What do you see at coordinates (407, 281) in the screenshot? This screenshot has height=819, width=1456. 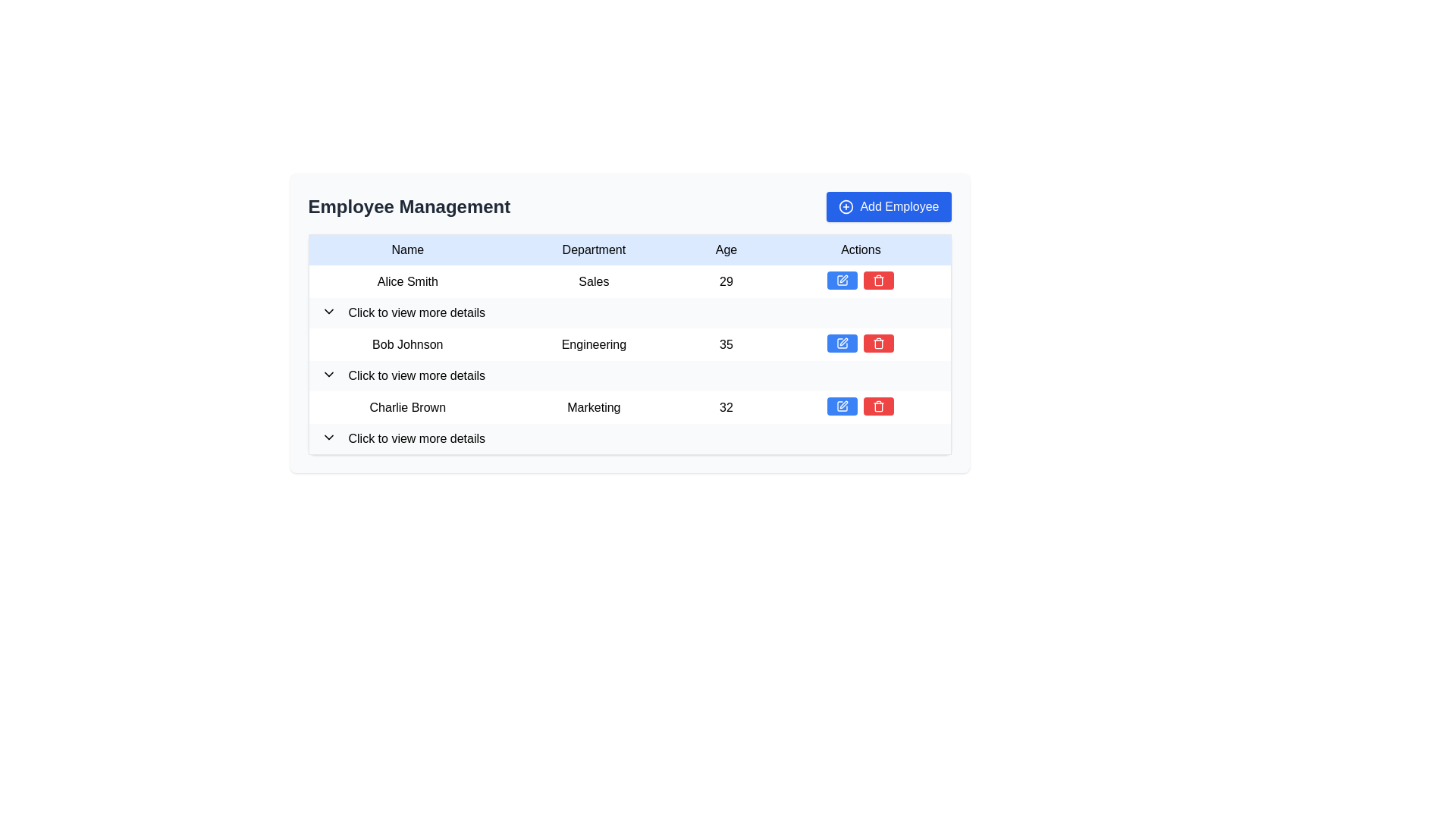 I see `the text label displaying 'Alice Smith' in the employee management table under the 'Name' column` at bounding box center [407, 281].